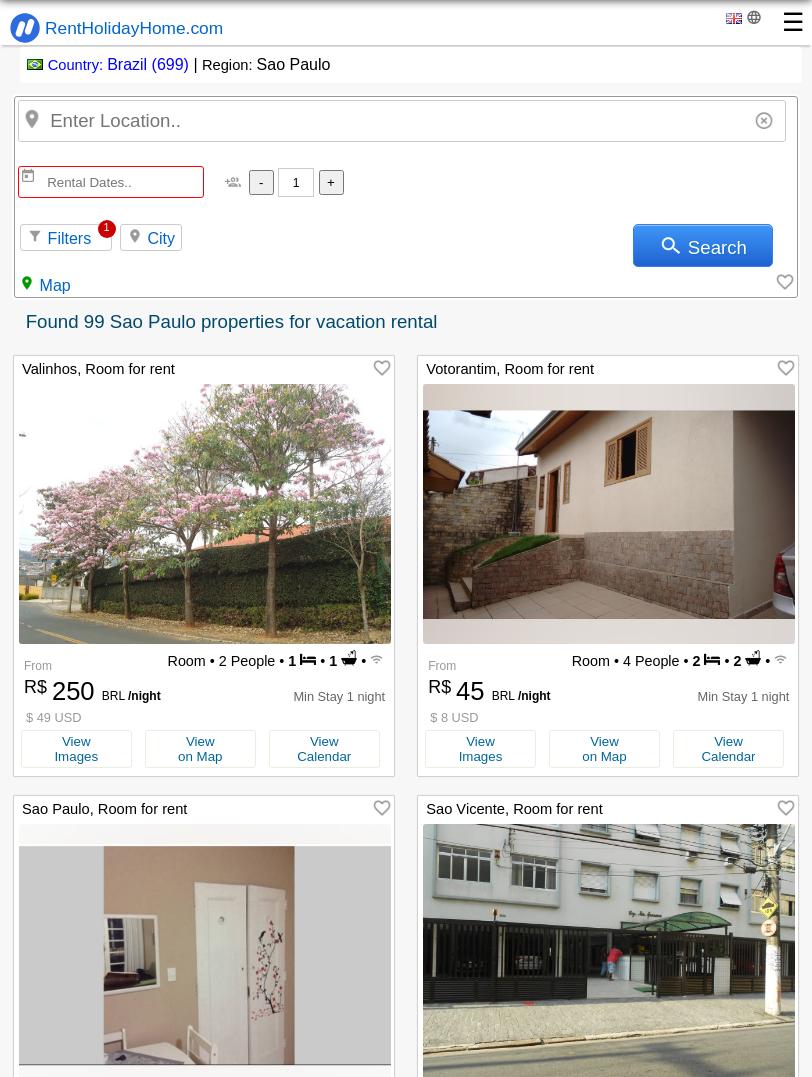 This screenshot has height=1077, width=812. Describe the element at coordinates (213, 660) in the screenshot. I see `'2 People
•'` at that location.